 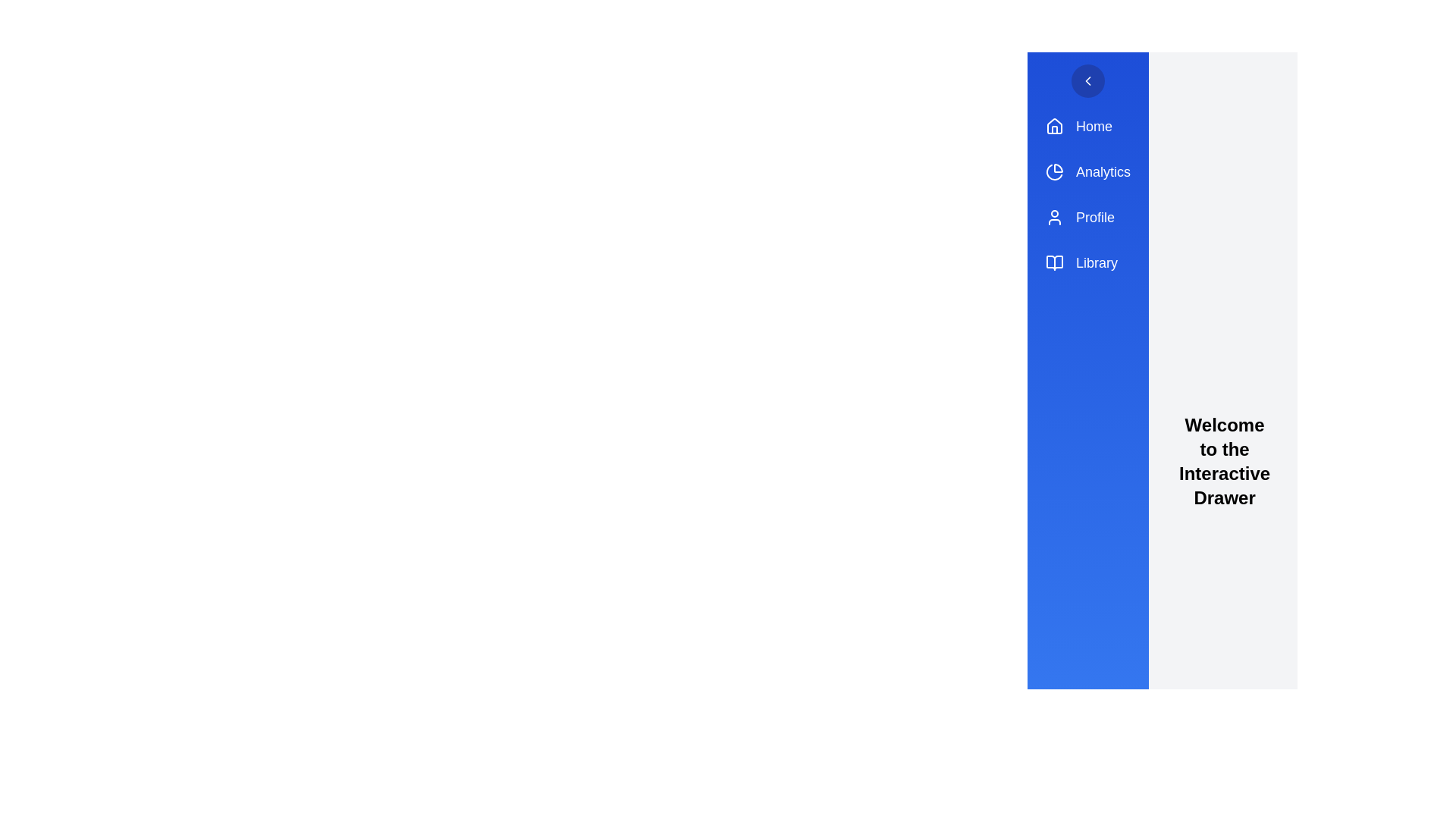 I want to click on the menu item labeled Analytics to navigate, so click(x=1087, y=171).